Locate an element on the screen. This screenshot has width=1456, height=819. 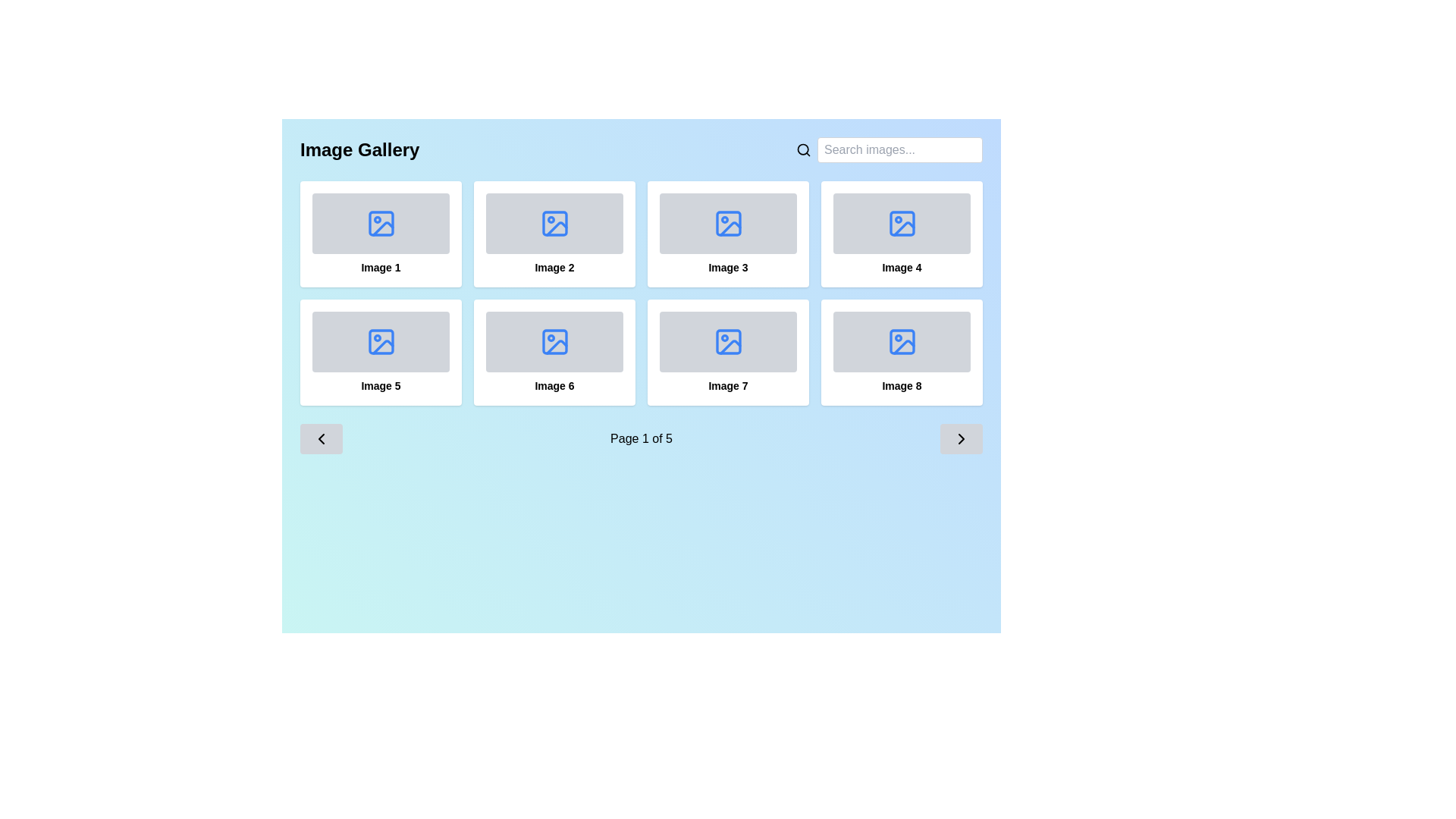
the text label located at the bottom-center of the card corresponding to 'Image 5', which helps users identify the content of the card is located at coordinates (381, 385).